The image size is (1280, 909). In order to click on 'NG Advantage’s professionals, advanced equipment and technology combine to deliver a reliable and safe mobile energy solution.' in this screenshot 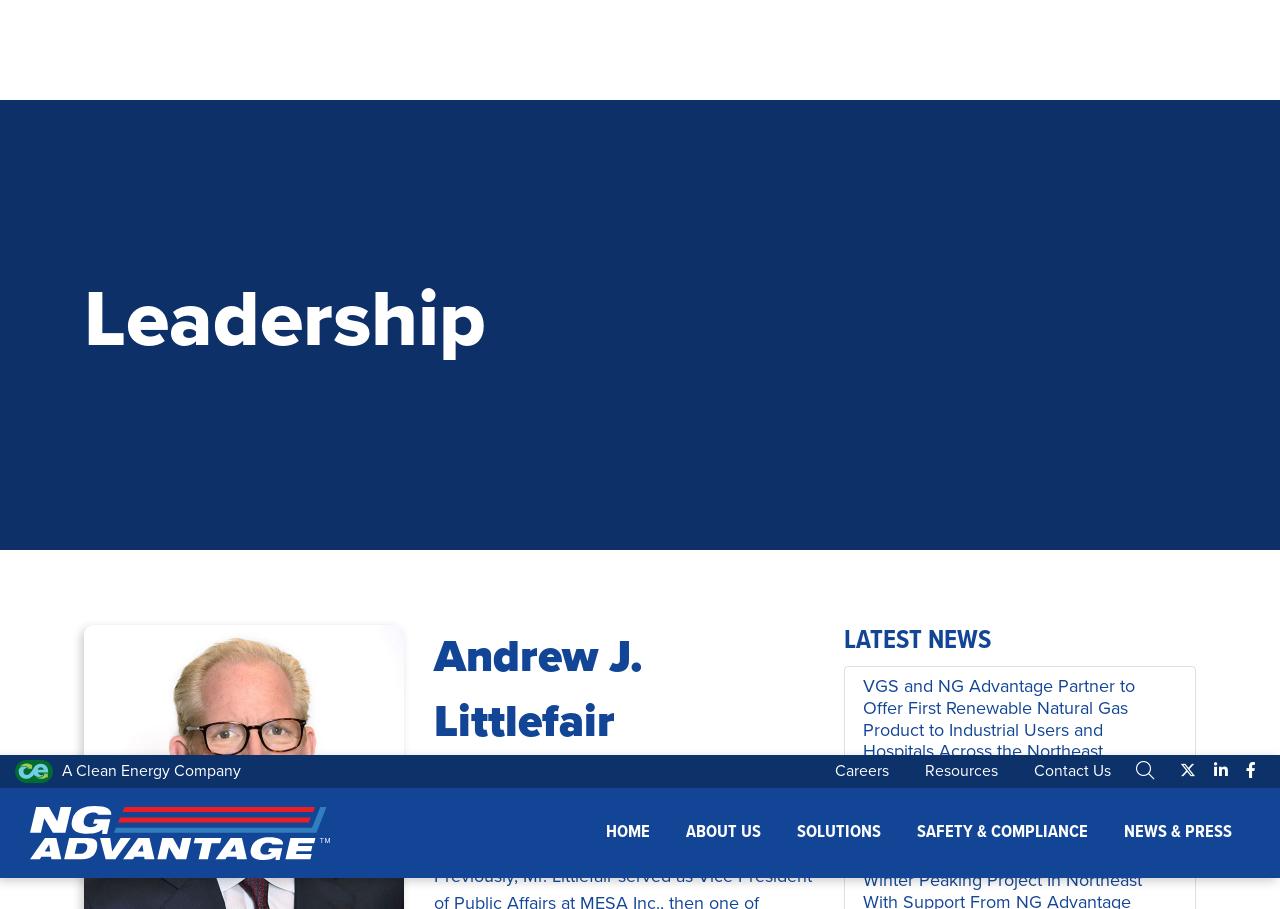, I will do `click(194, 779)`.